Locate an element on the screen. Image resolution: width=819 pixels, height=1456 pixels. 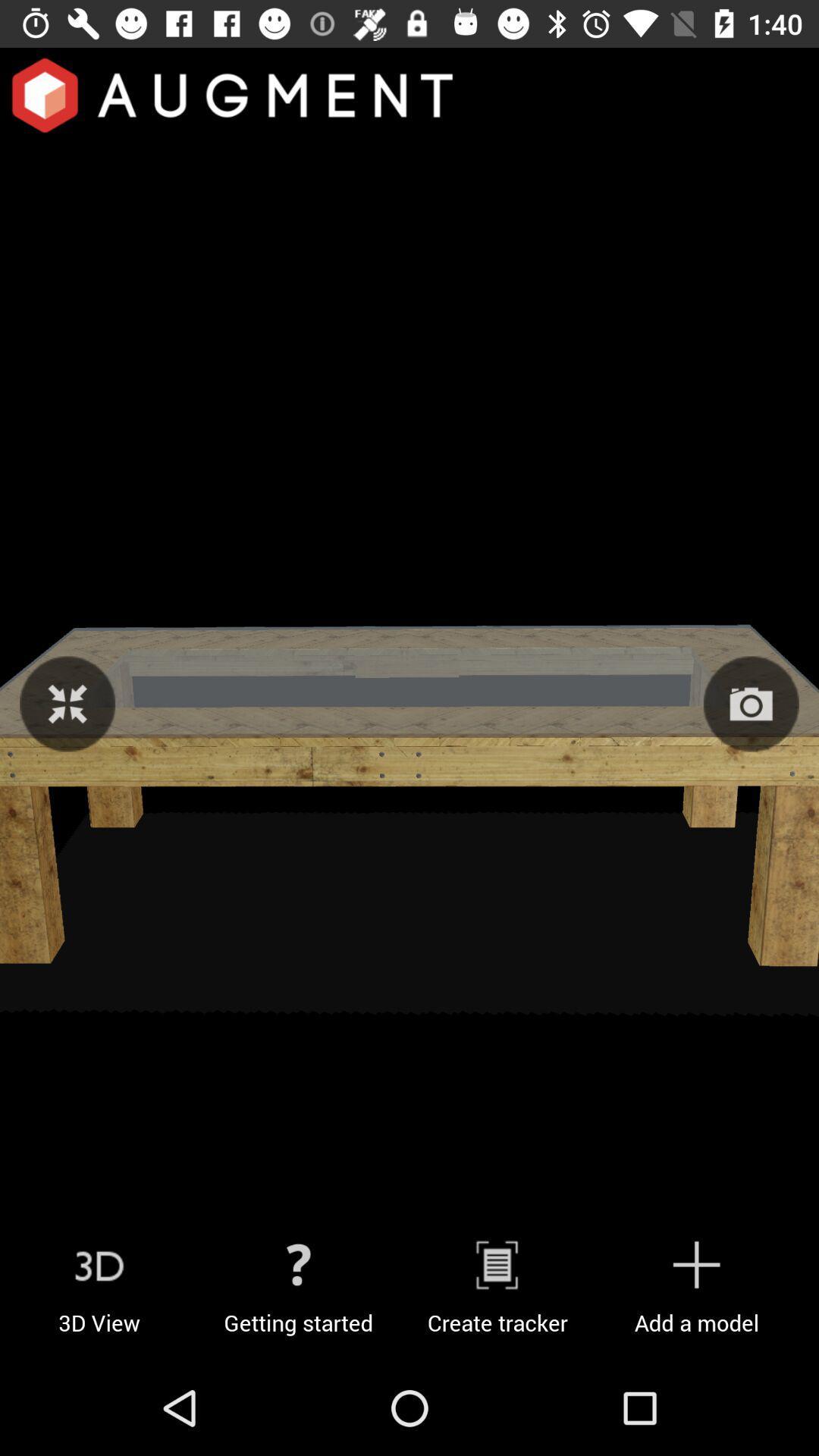
camera option is located at coordinates (751, 703).